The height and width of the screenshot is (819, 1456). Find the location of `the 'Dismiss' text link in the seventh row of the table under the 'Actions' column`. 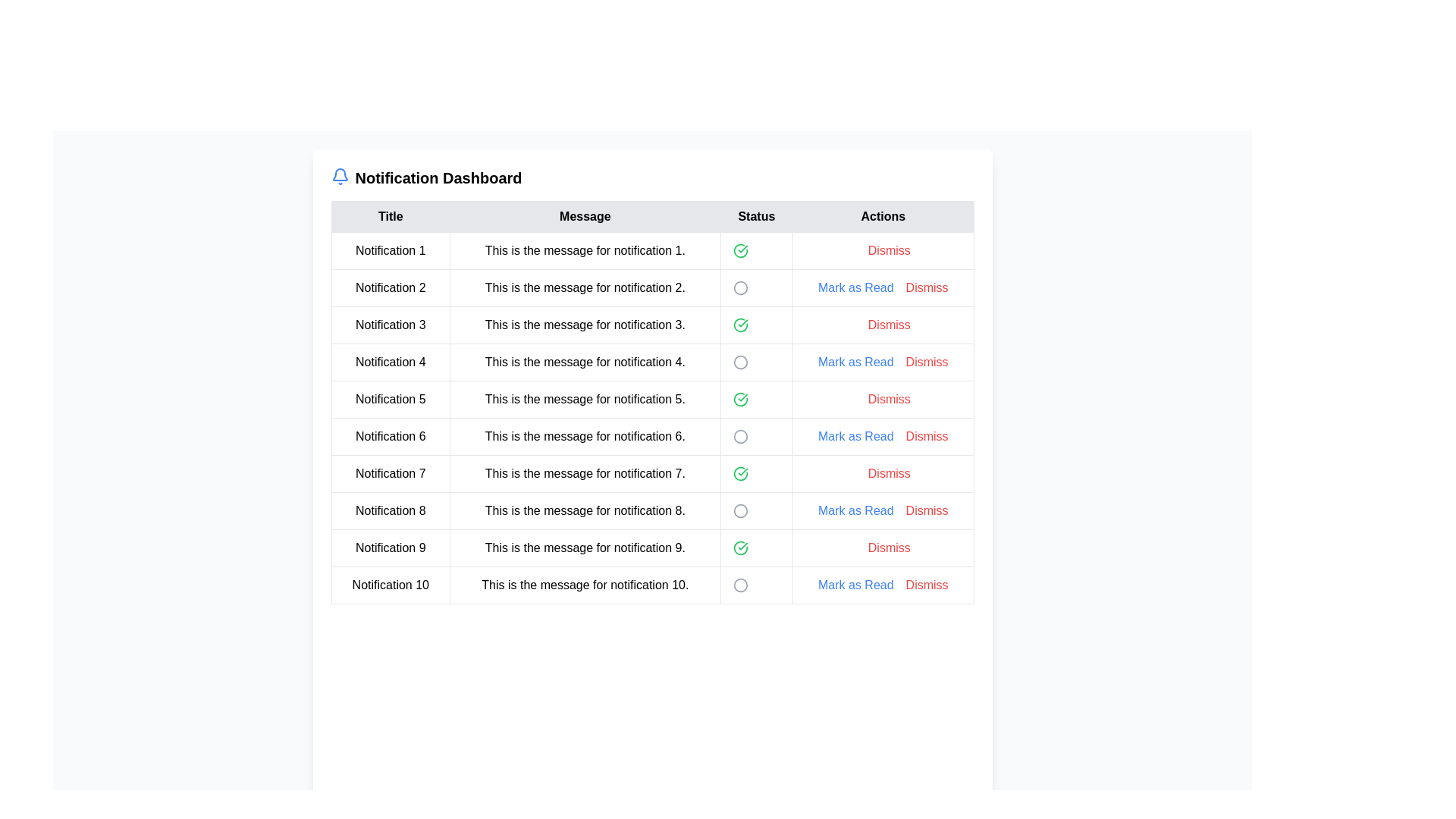

the 'Dismiss' text link in the seventh row of the table under the 'Actions' column is located at coordinates (889, 472).